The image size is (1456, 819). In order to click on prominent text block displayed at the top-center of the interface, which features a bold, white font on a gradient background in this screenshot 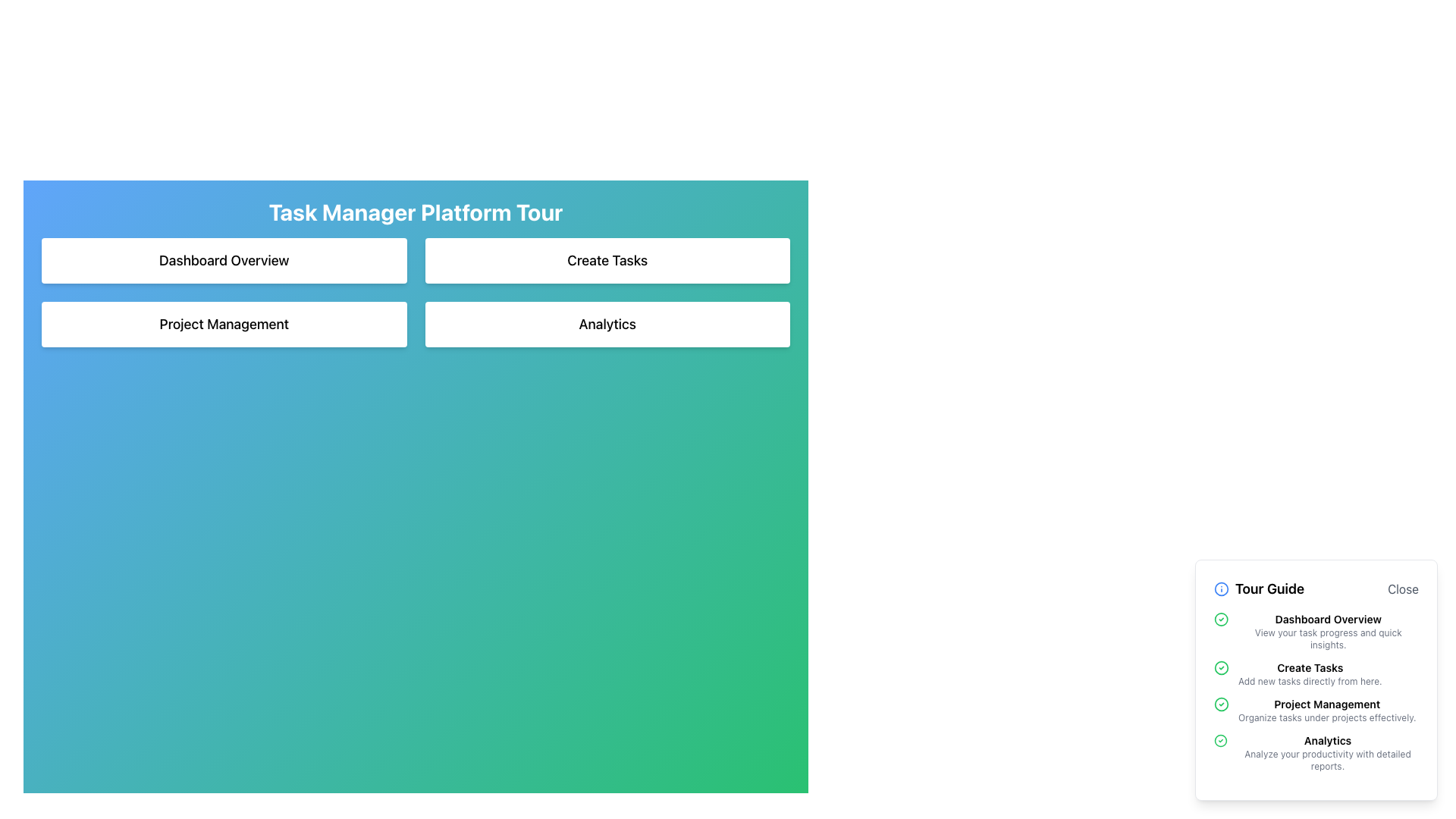, I will do `click(416, 212)`.